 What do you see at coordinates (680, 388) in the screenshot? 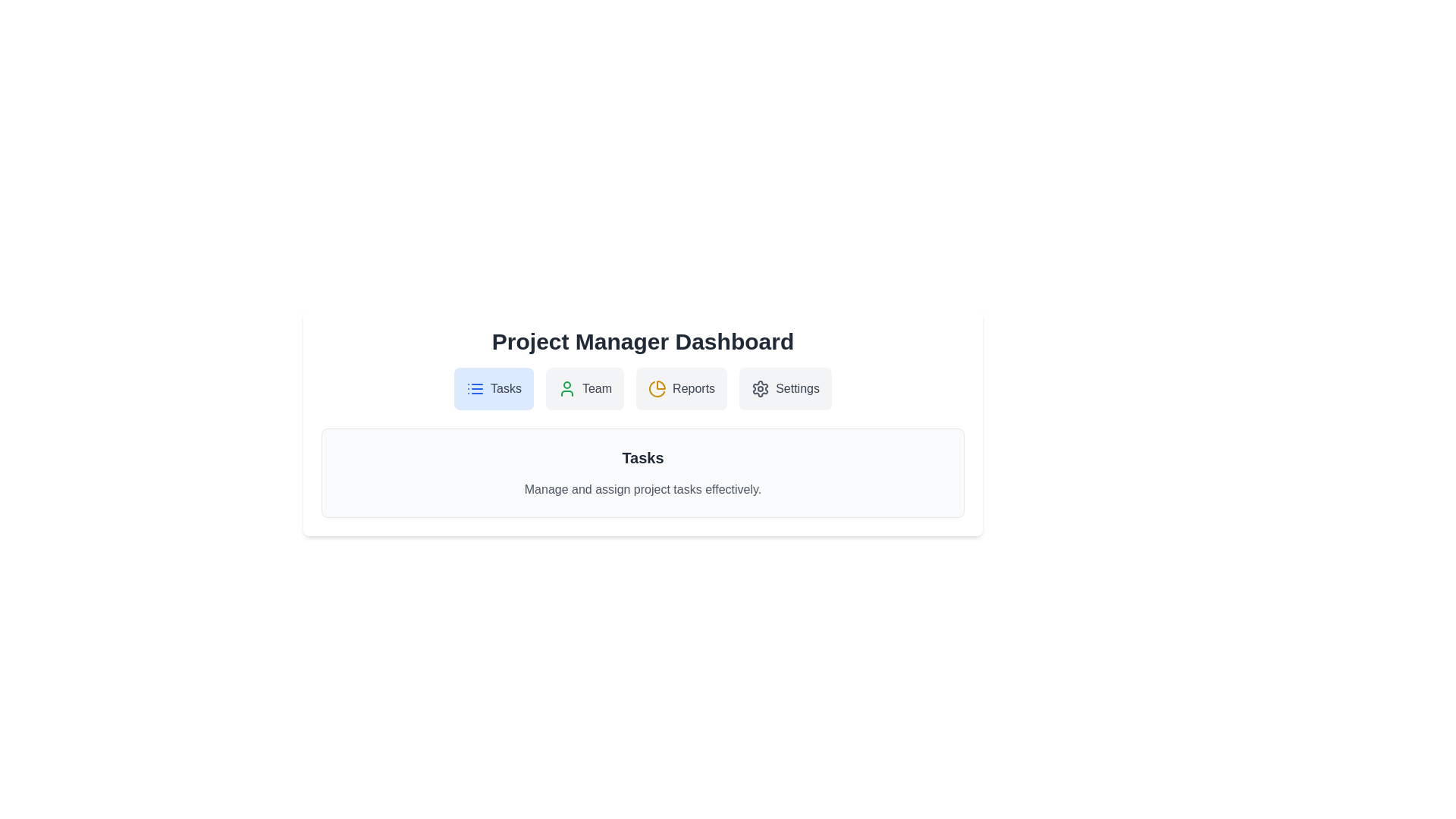
I see `the Reports tab` at bounding box center [680, 388].